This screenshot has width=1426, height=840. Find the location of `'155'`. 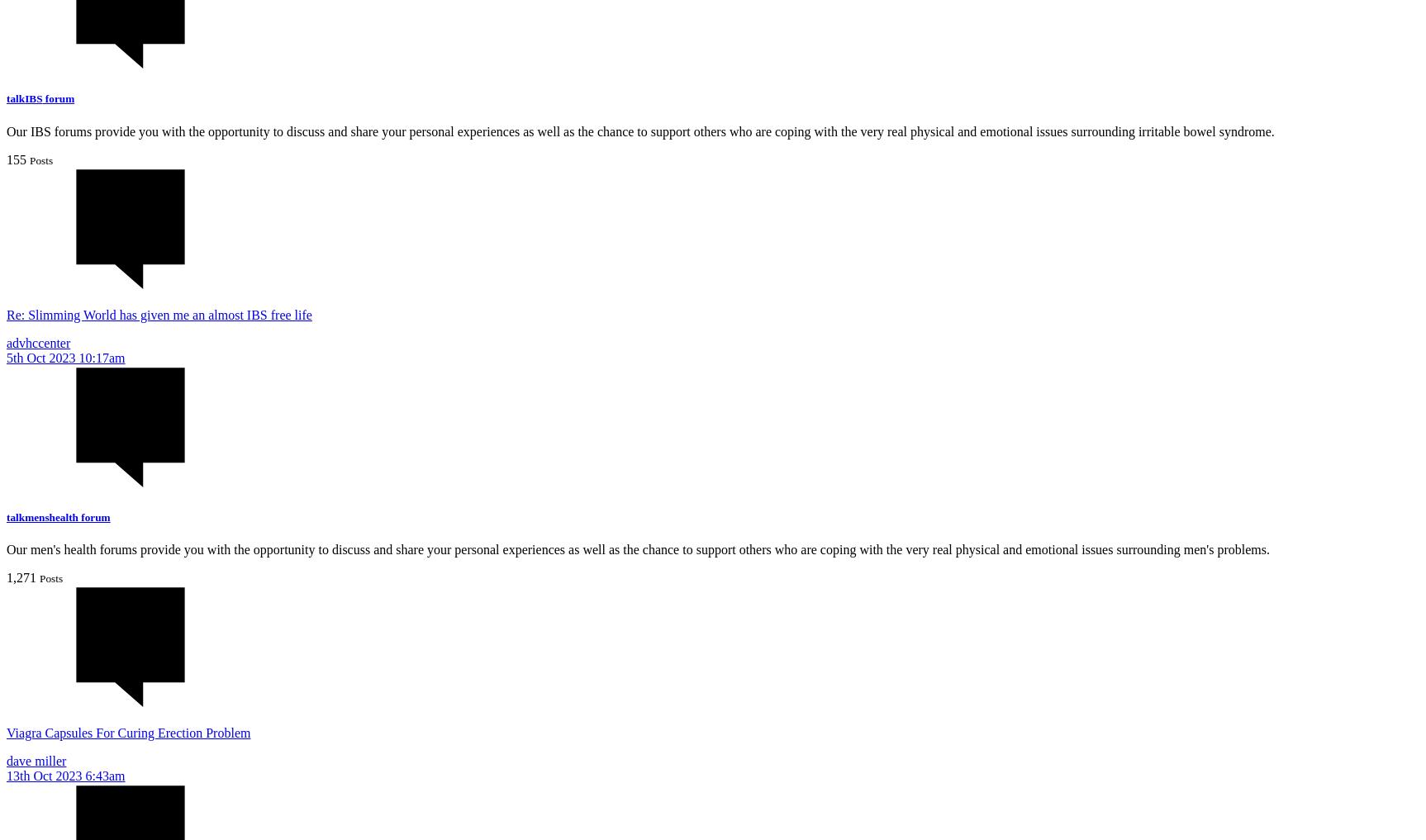

'155' is located at coordinates (17, 159).